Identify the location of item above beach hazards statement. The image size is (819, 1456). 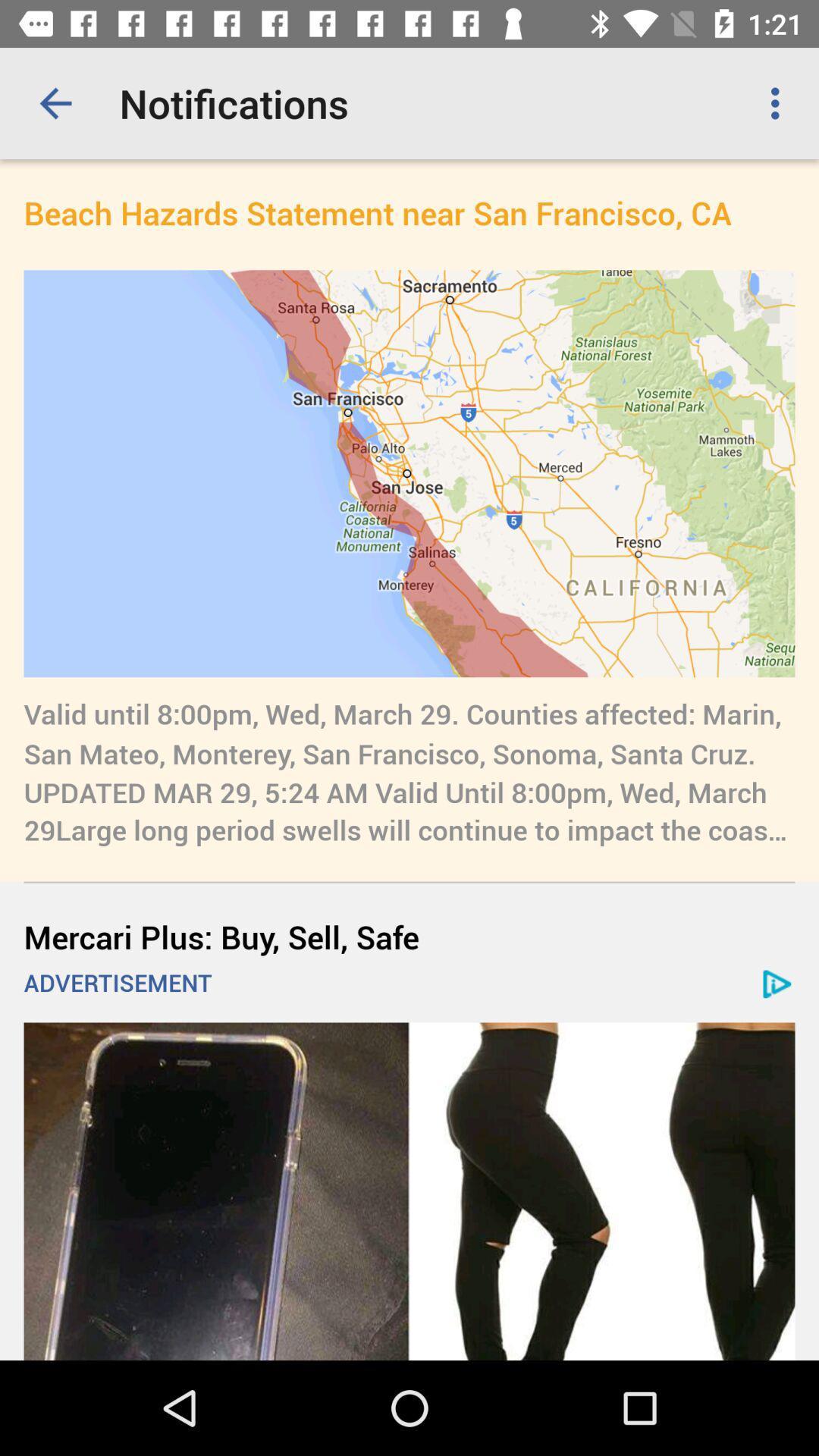
(779, 102).